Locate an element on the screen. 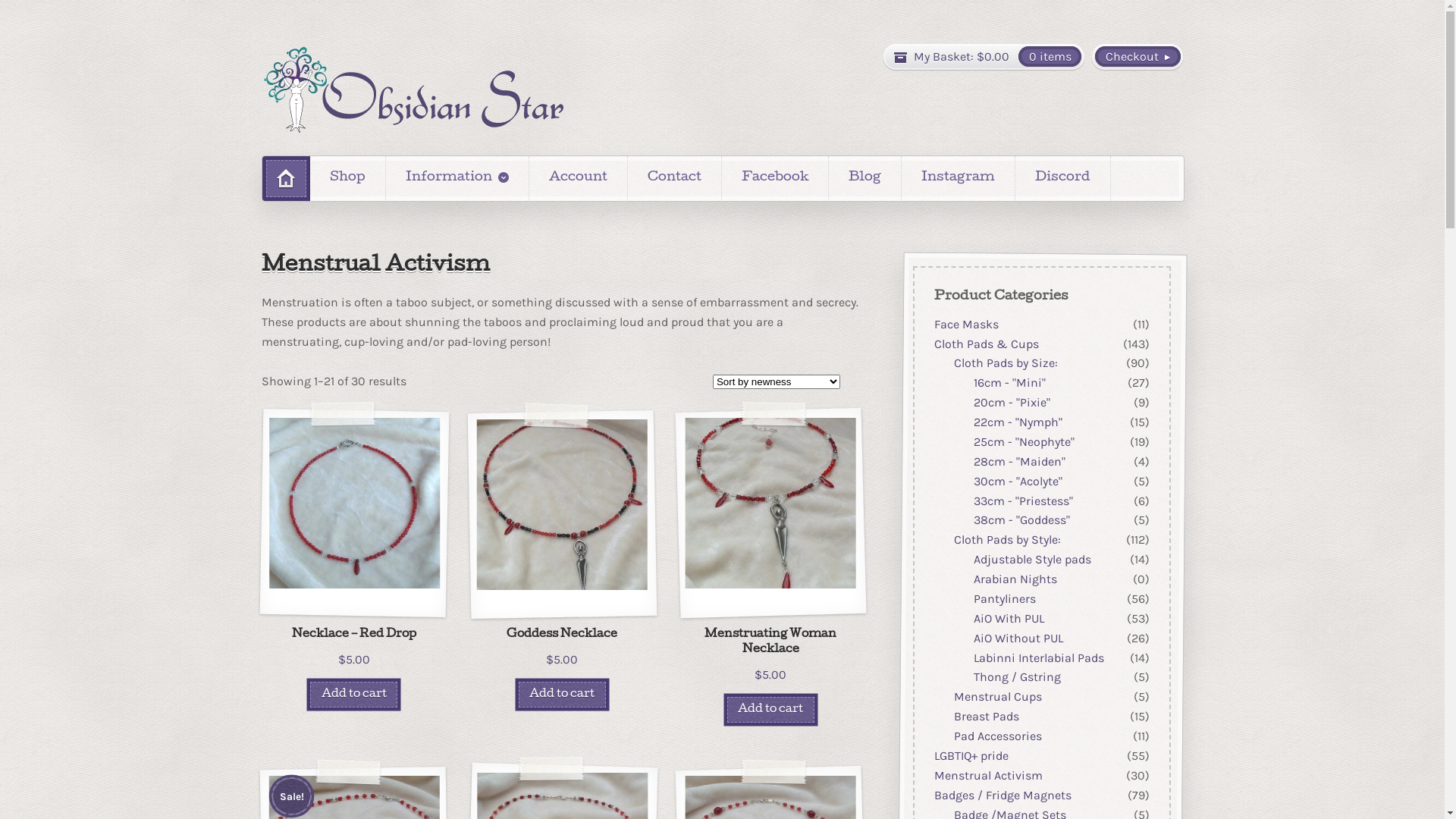  'Thong / Gstring' is located at coordinates (1016, 676).